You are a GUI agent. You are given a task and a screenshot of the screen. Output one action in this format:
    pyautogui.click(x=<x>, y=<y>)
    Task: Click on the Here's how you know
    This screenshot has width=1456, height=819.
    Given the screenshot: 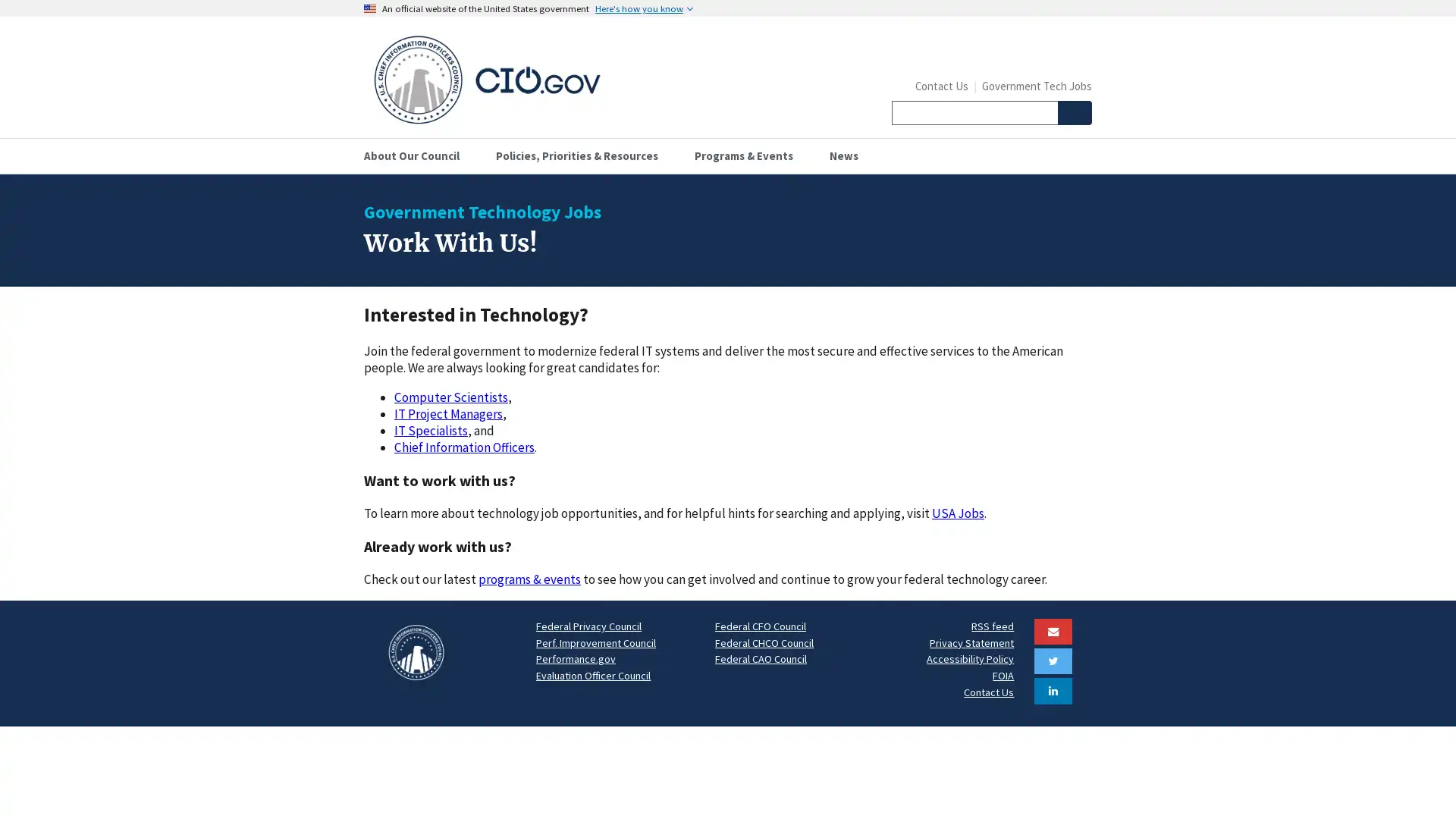 What is the action you would take?
    pyautogui.click(x=644, y=8)
    